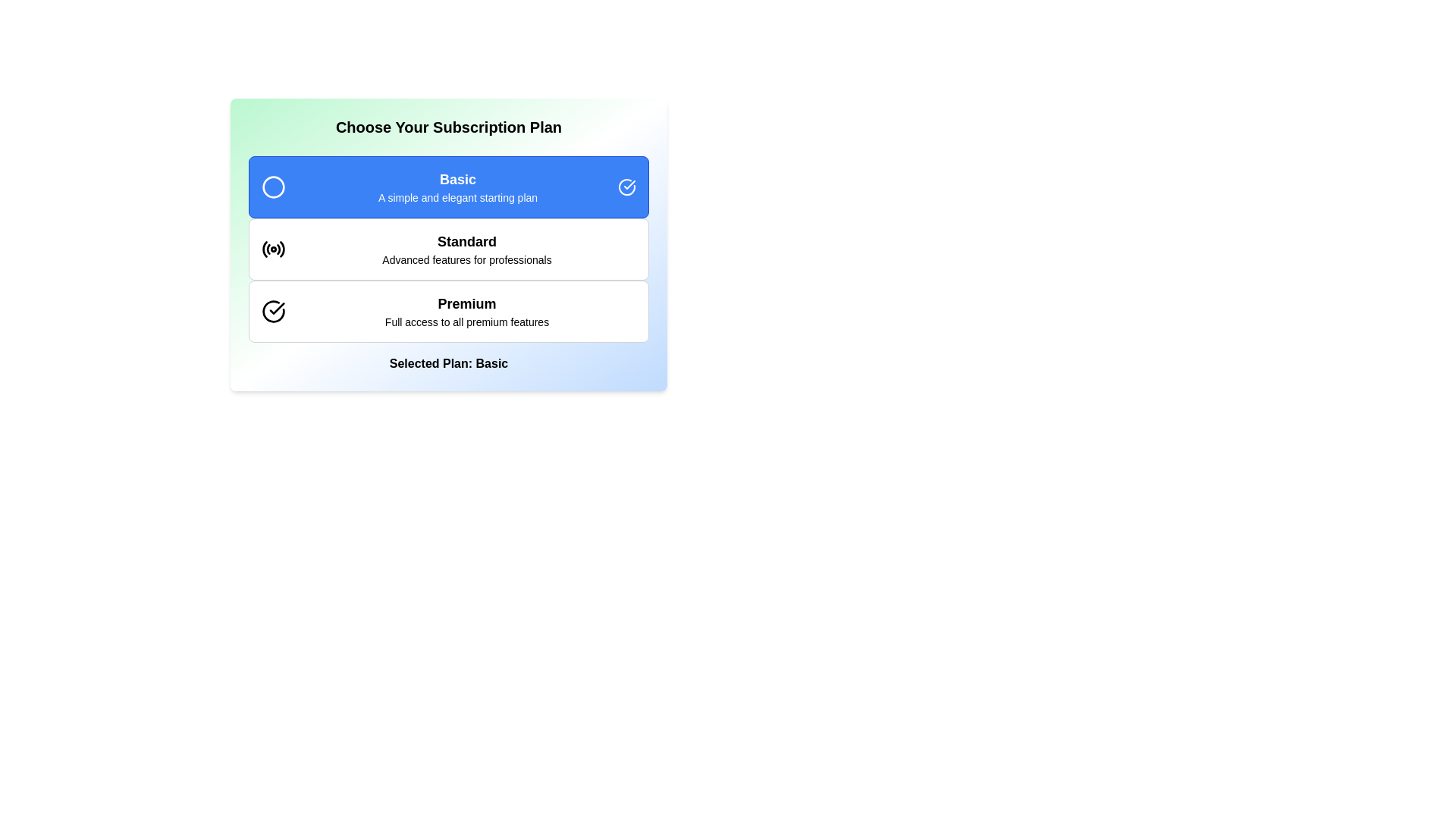 The width and height of the screenshot is (1456, 819). I want to click on the selection status icon for the 'Premium' subscription tier, which visually indicates the selection status, so click(273, 311).